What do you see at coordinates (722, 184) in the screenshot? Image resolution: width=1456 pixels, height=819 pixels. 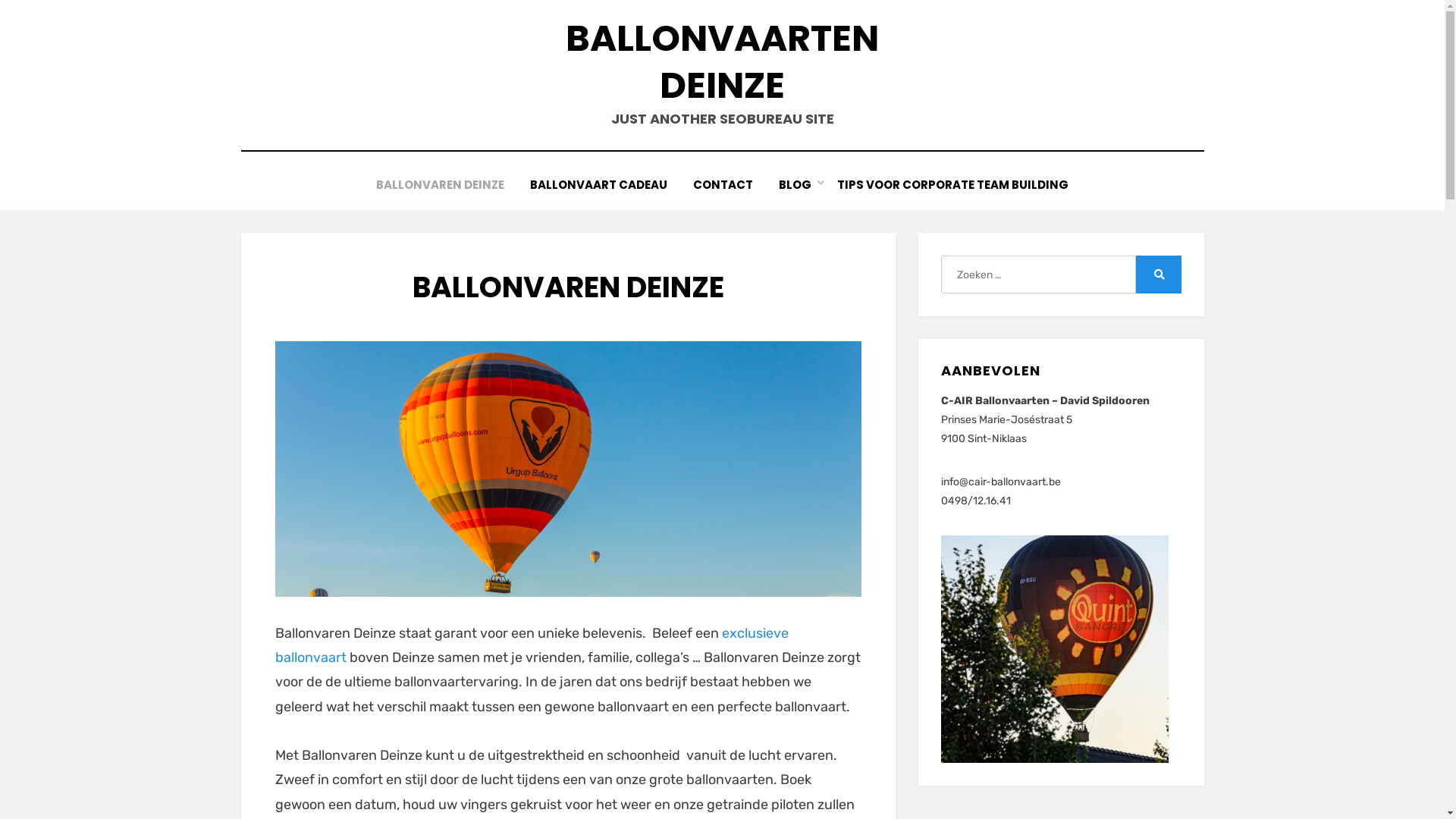 I see `'CONTACT'` at bounding box center [722, 184].